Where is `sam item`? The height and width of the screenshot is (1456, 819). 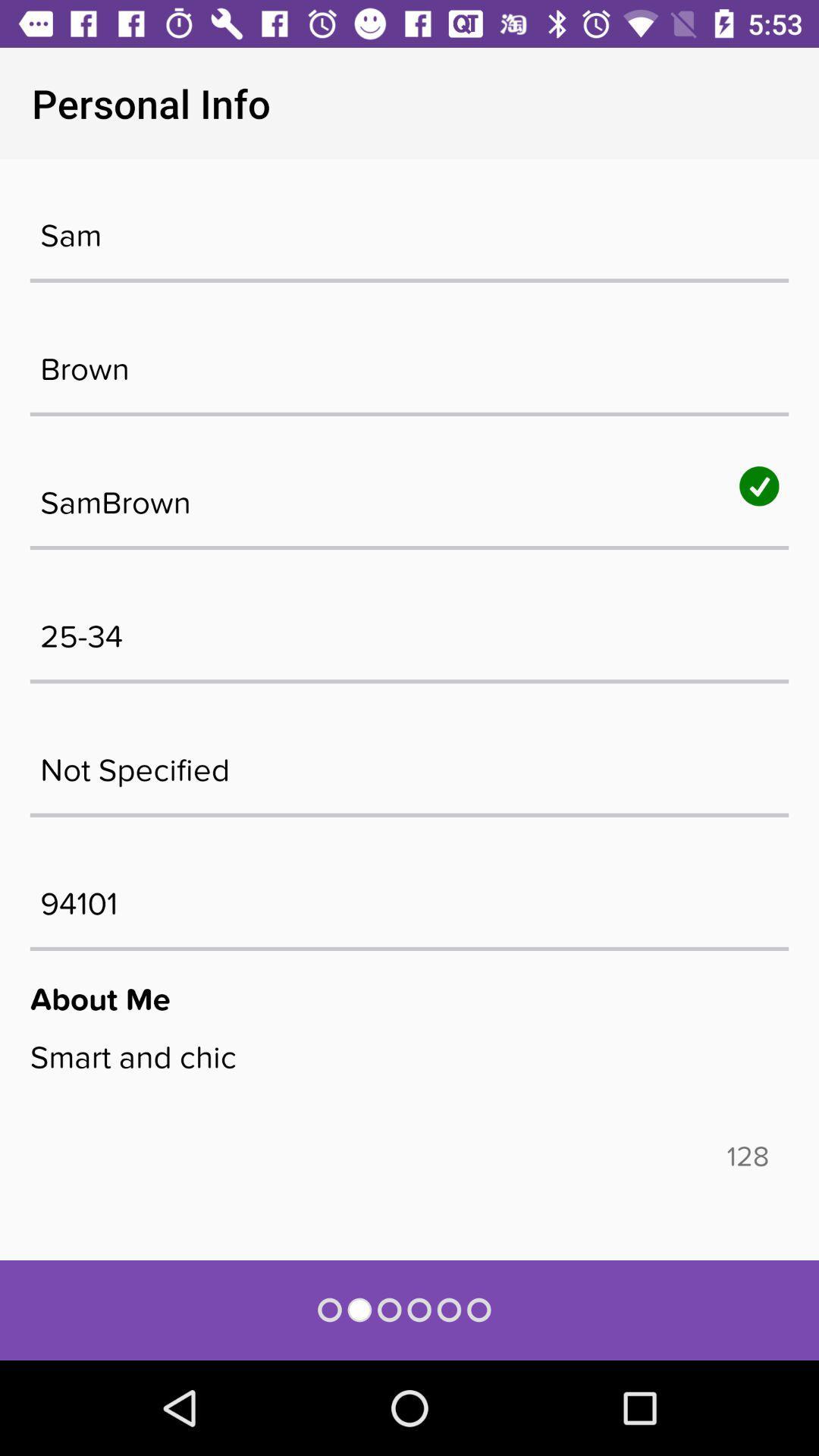 sam item is located at coordinates (409, 227).